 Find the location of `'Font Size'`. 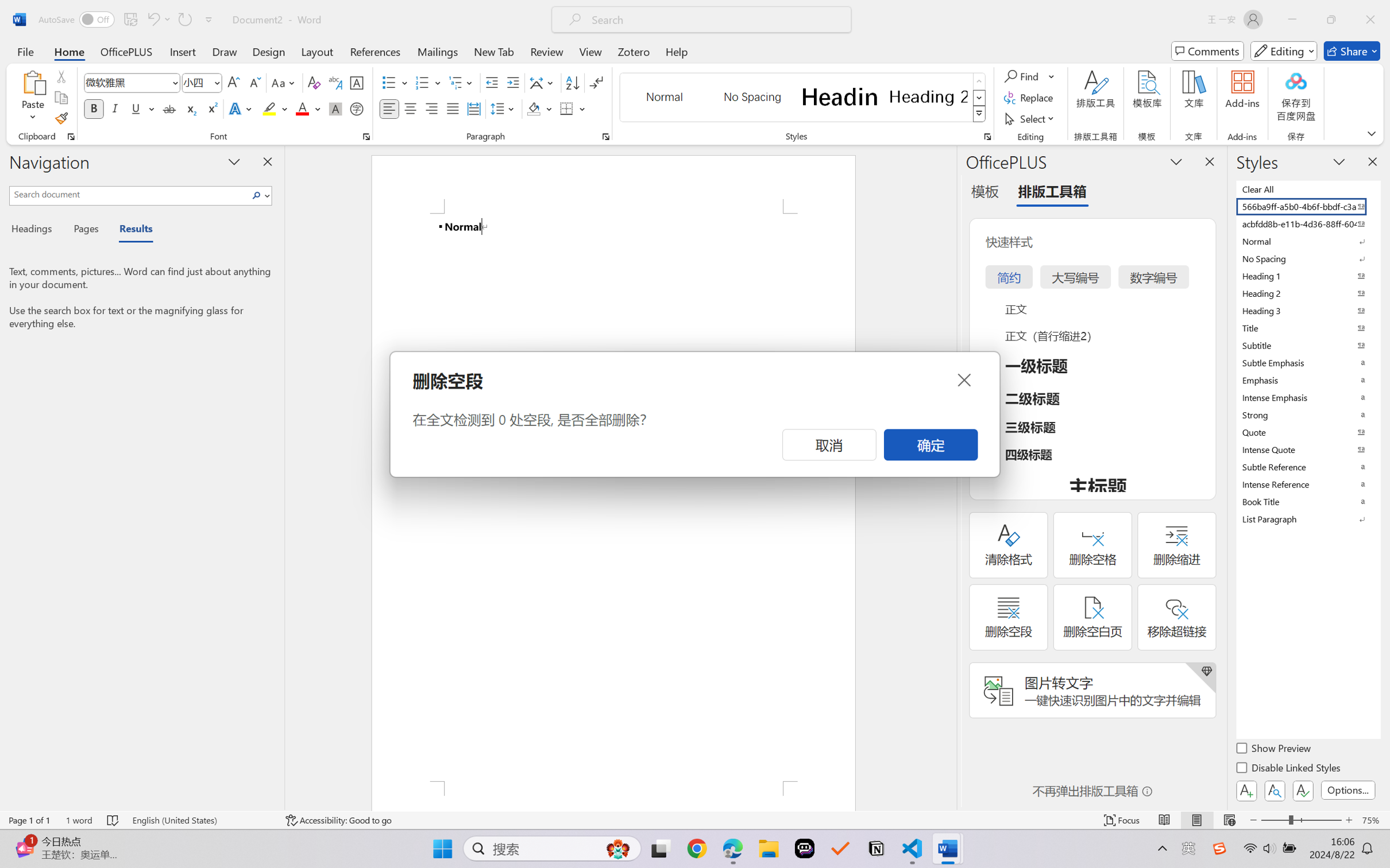

'Font Size' is located at coordinates (196, 83).